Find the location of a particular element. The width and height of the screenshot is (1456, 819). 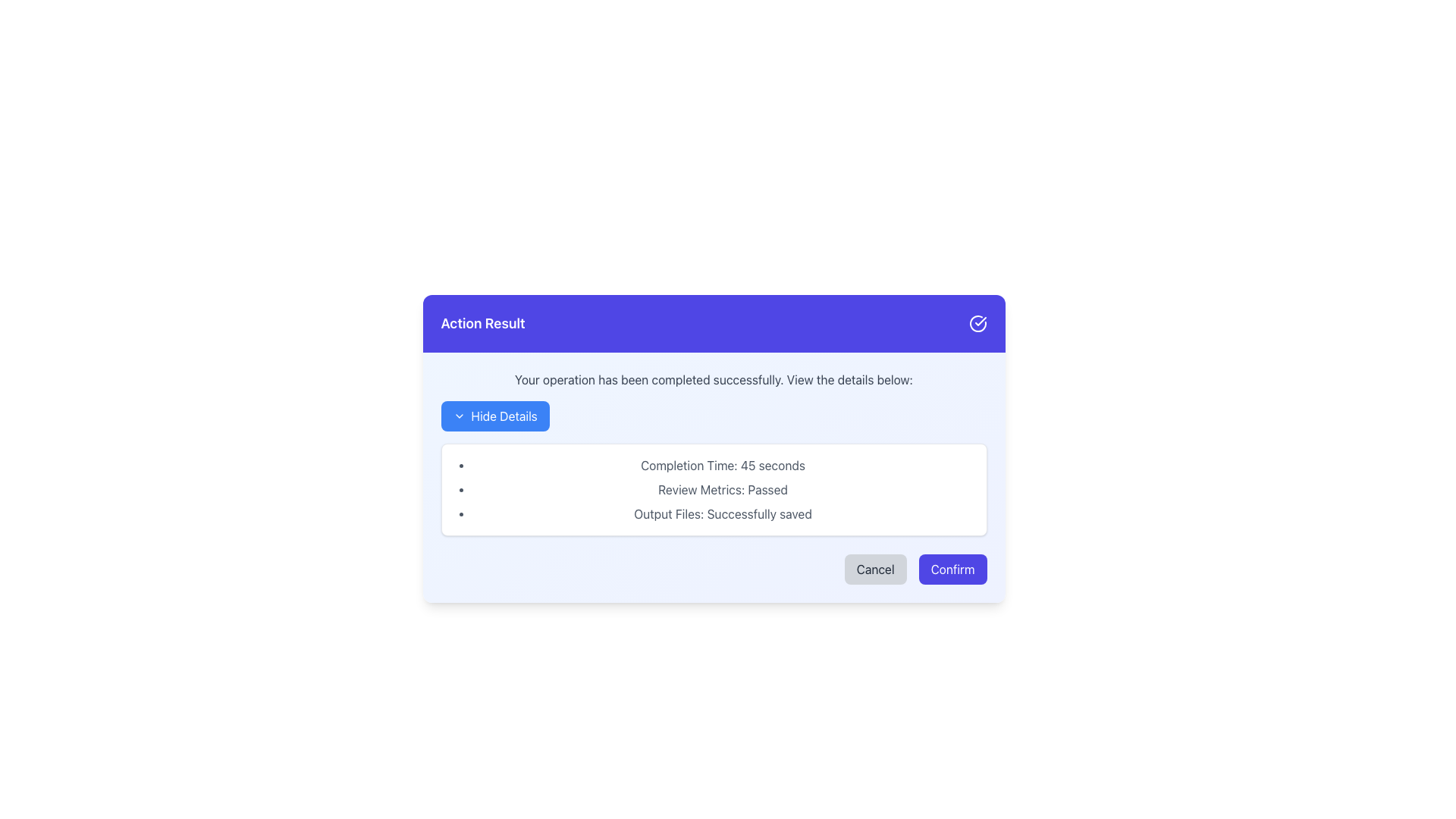

information displayed in the interactive dialog box that informs the user about the completion of an operation, with the title 'Action Result' above it is located at coordinates (713, 476).